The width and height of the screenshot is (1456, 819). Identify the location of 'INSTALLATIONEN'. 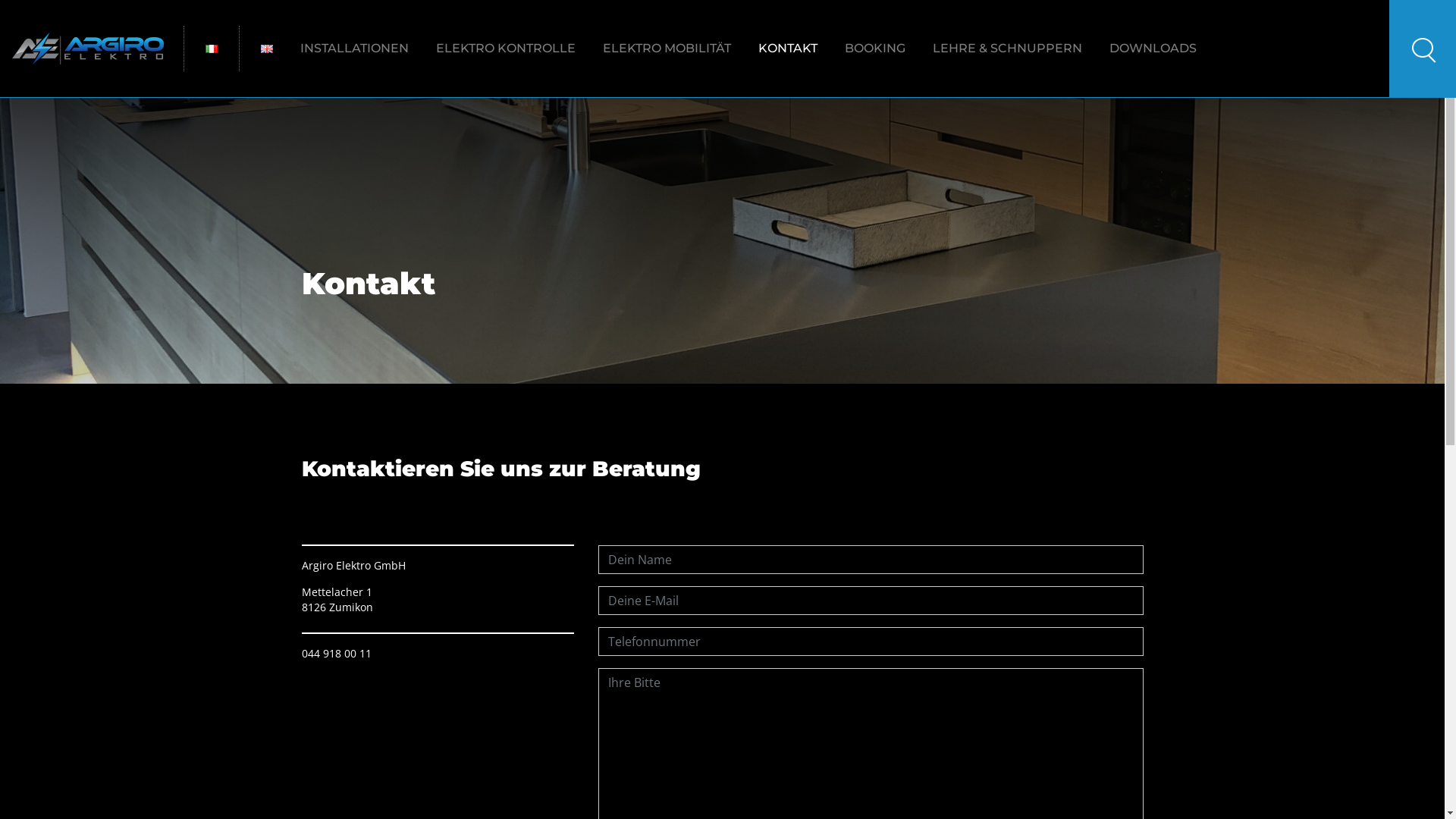
(353, 48).